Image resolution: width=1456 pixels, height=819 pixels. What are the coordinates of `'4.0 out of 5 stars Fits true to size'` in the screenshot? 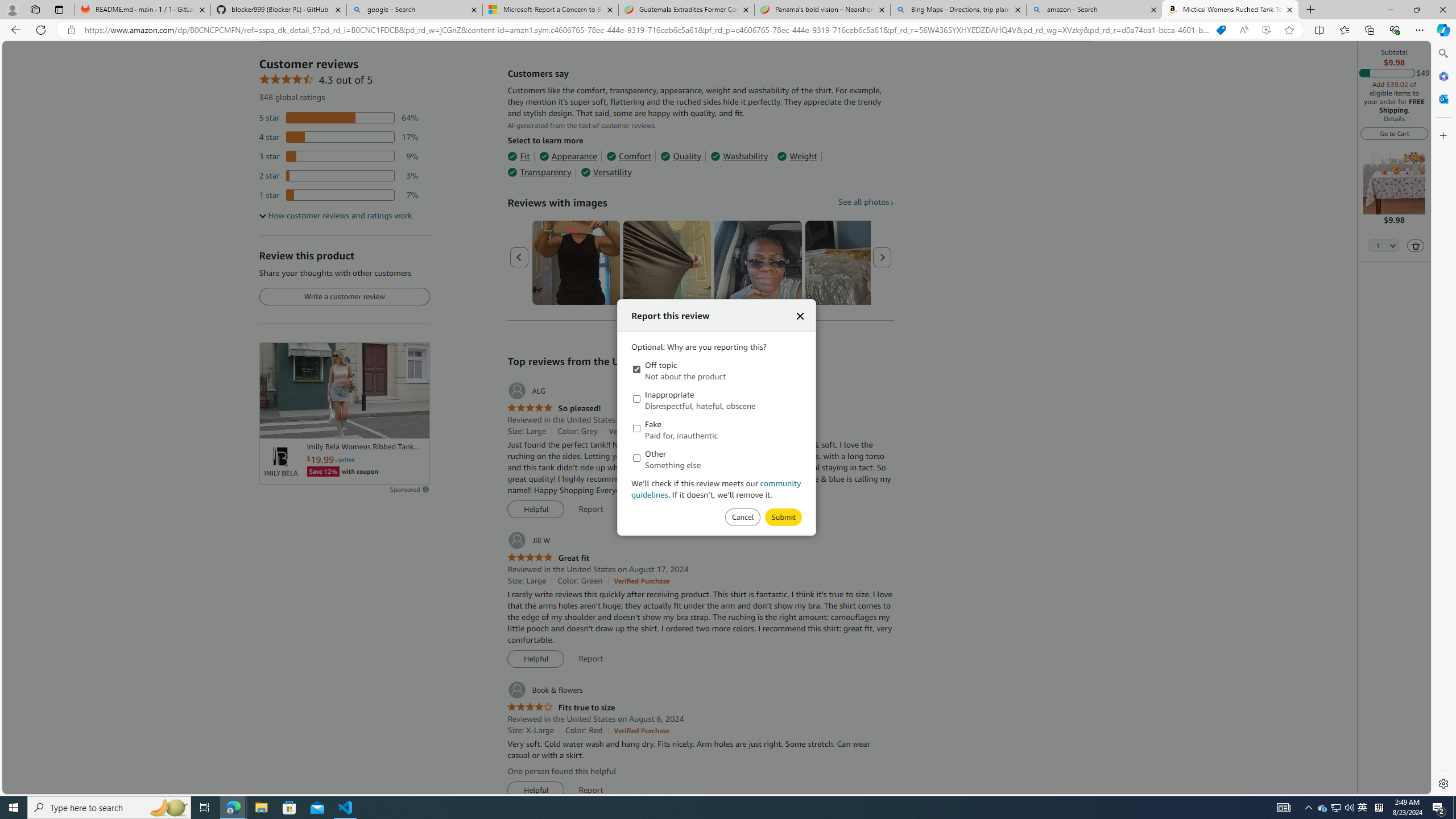 It's located at (561, 708).